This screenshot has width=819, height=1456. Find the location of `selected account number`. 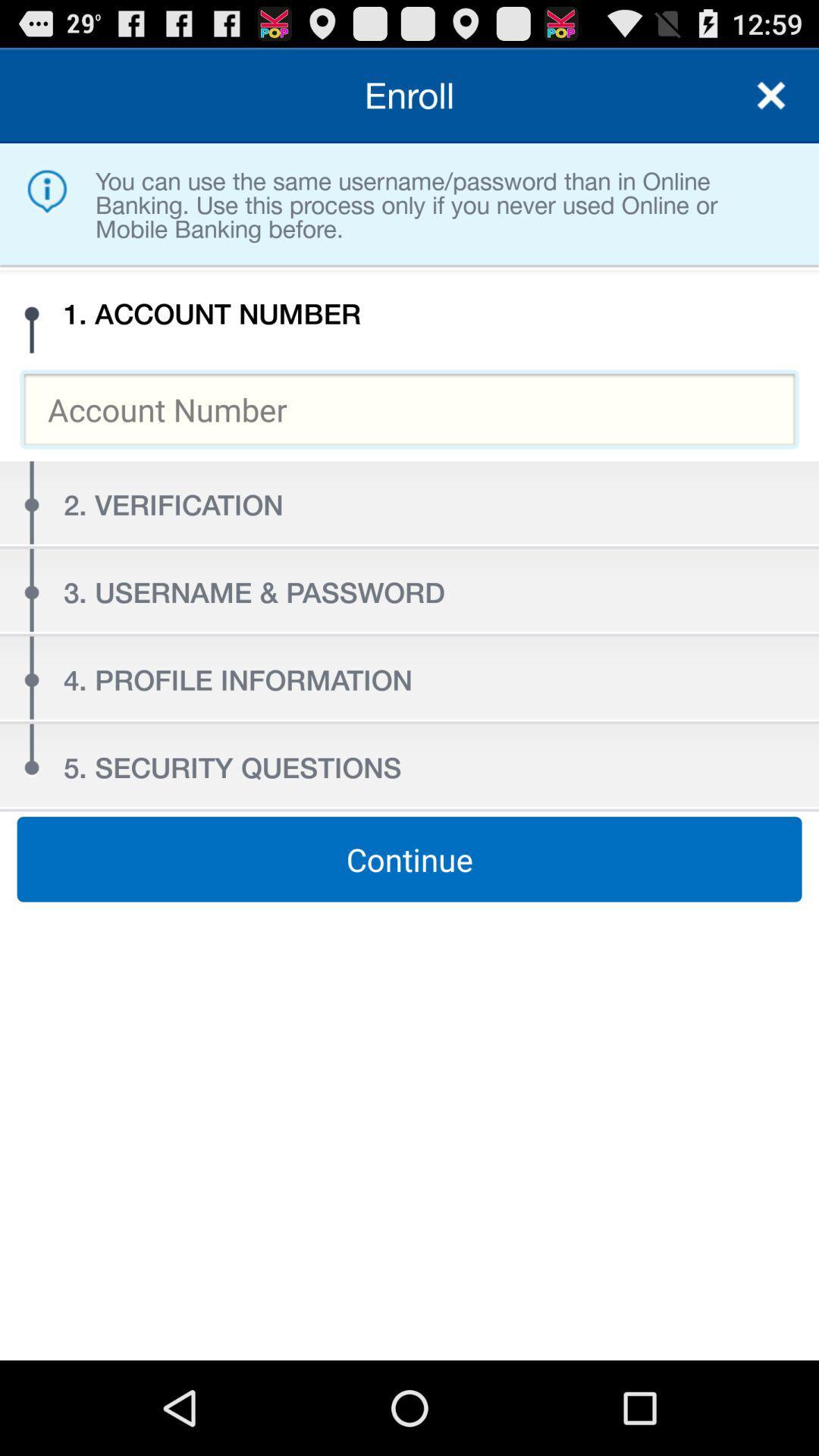

selected account number is located at coordinates (409, 409).